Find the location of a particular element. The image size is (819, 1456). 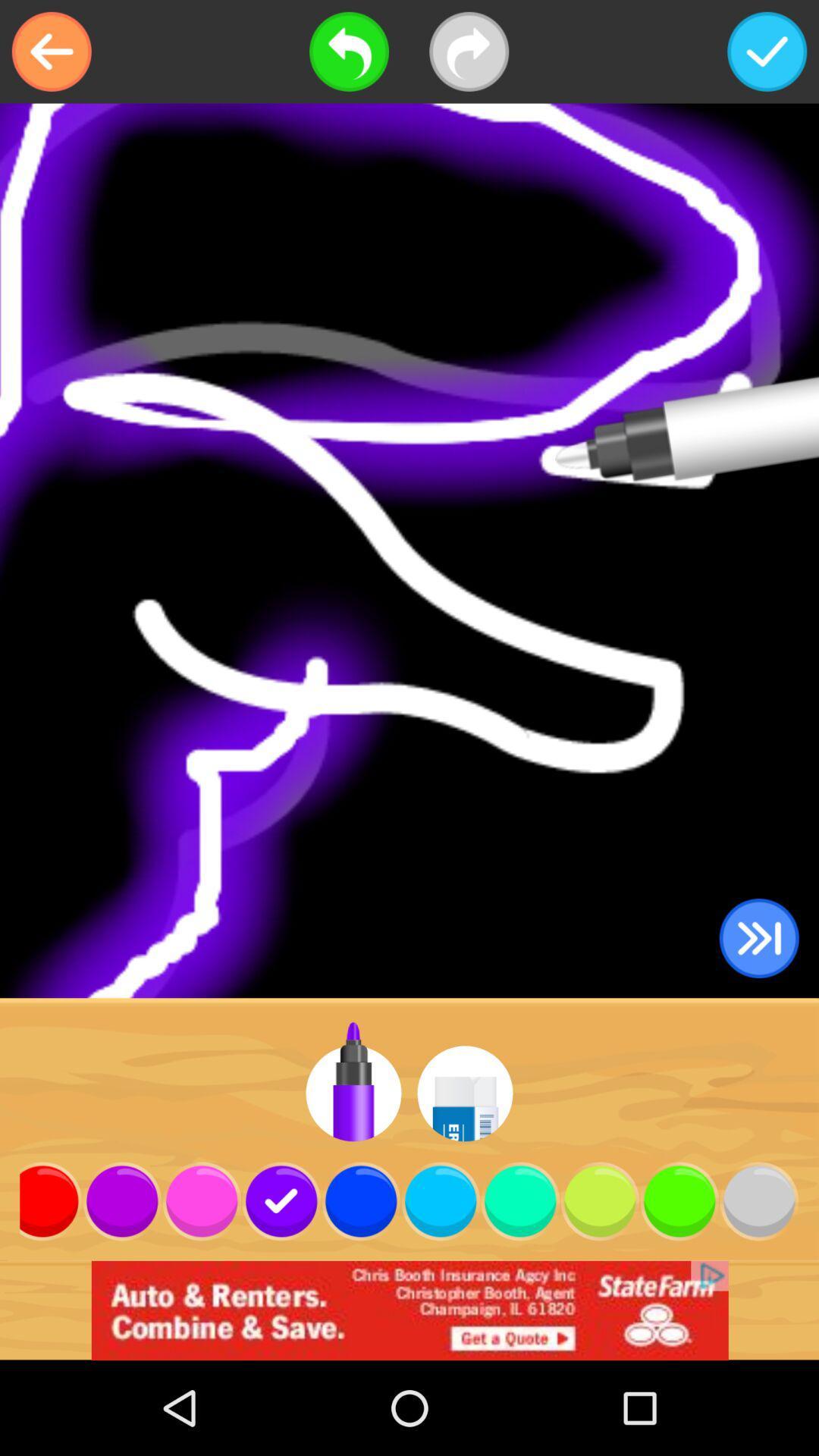

the icon on the right is located at coordinates (759, 937).